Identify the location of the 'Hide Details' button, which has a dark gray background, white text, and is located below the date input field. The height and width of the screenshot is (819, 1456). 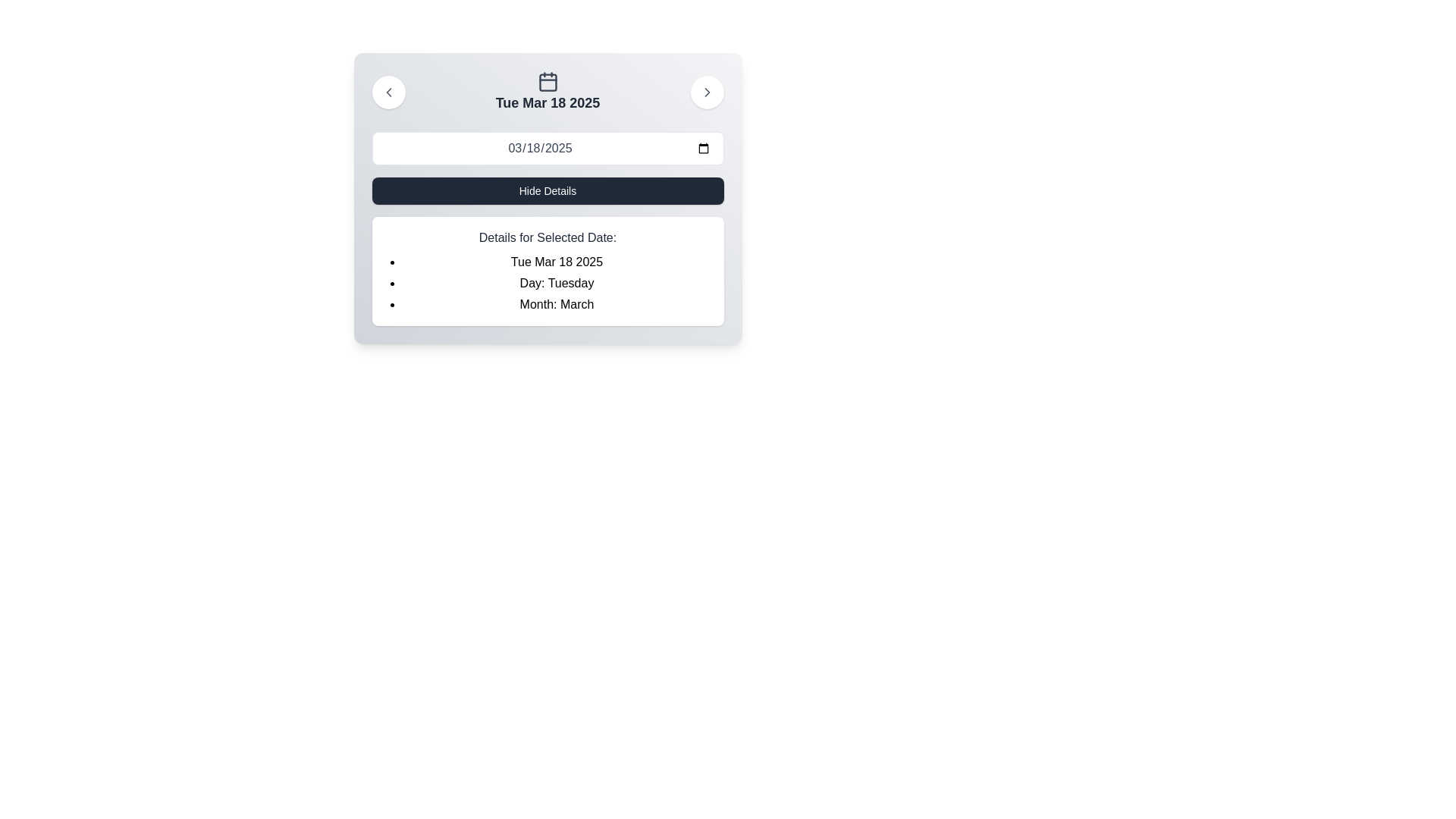
(547, 190).